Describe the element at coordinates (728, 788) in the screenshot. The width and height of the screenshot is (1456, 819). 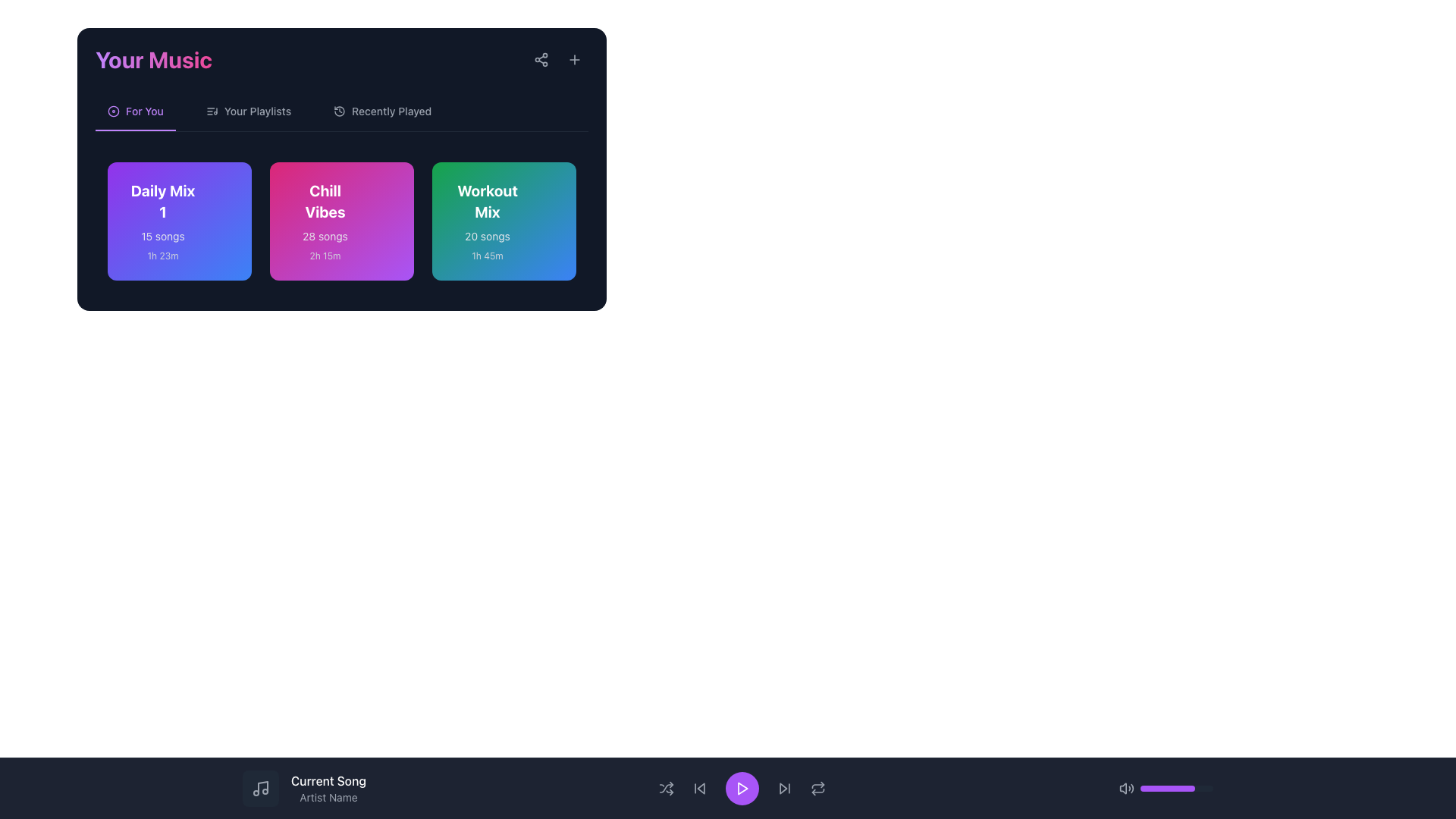
I see `the Information display block that shows the title and artist of the currently playing song, located at the bottom left of the player bar` at that location.